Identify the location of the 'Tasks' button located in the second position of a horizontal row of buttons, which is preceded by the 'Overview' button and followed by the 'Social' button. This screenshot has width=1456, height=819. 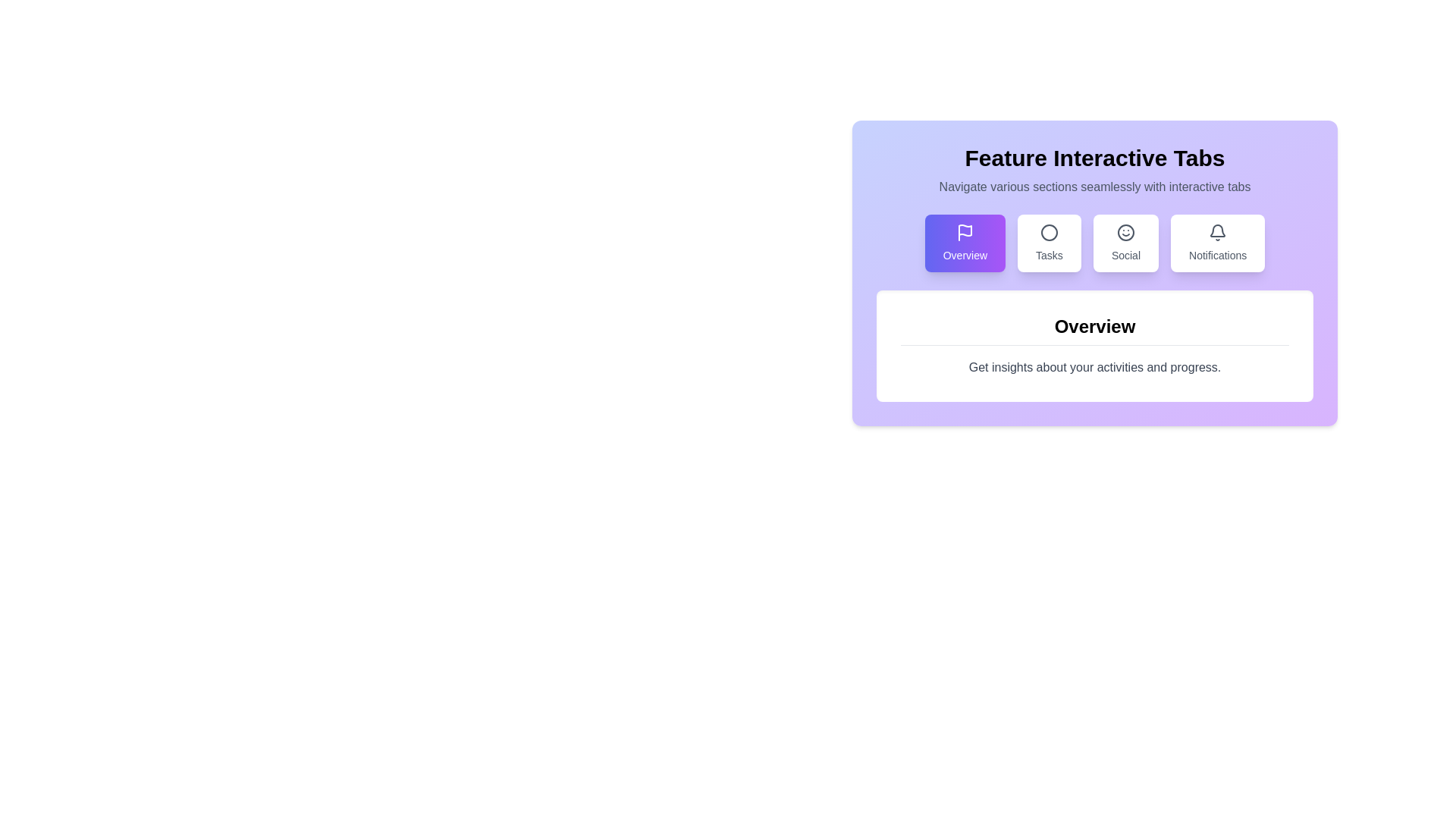
(1048, 242).